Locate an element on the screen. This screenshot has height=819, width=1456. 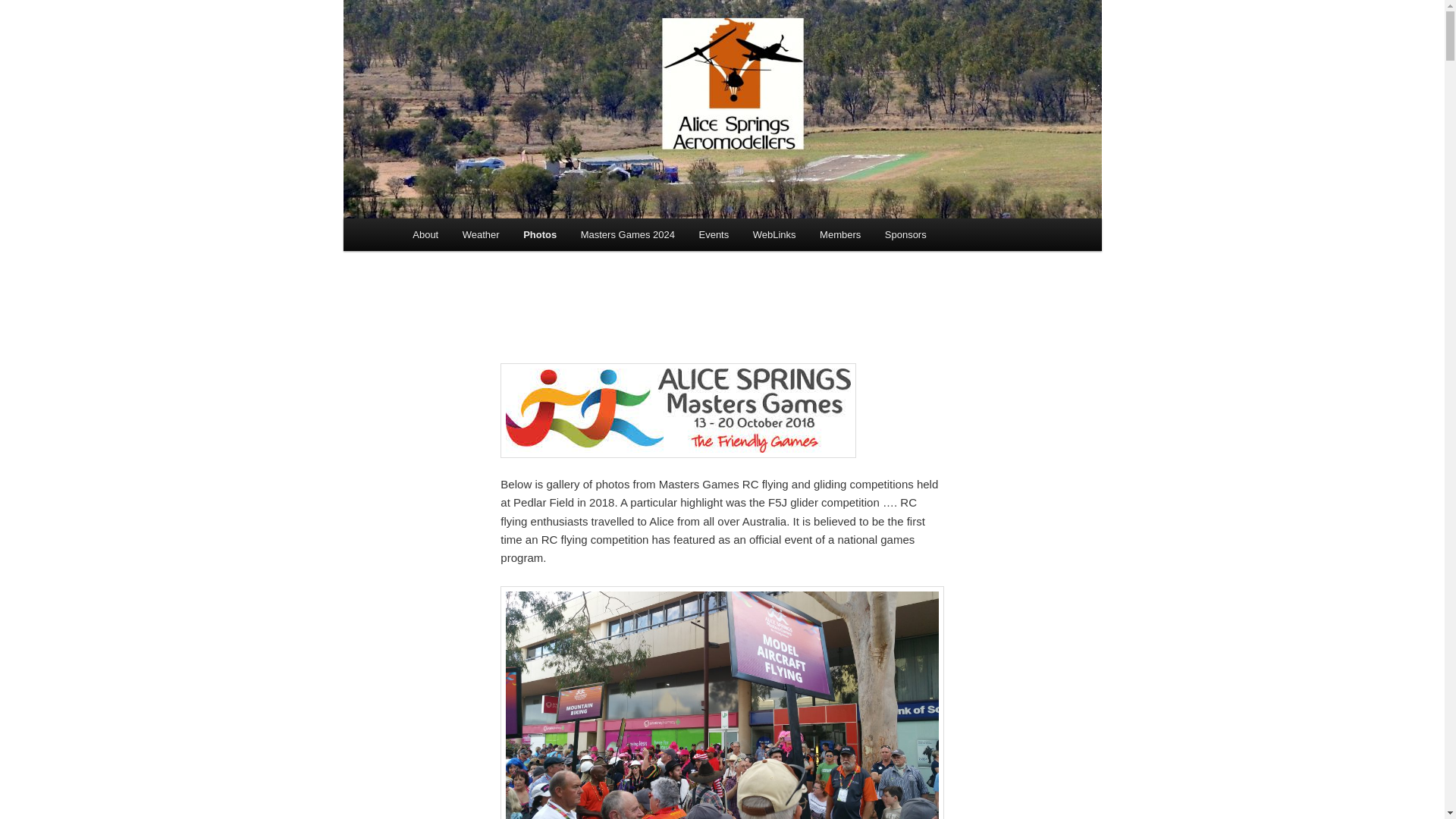
'WebLinks' is located at coordinates (774, 234).